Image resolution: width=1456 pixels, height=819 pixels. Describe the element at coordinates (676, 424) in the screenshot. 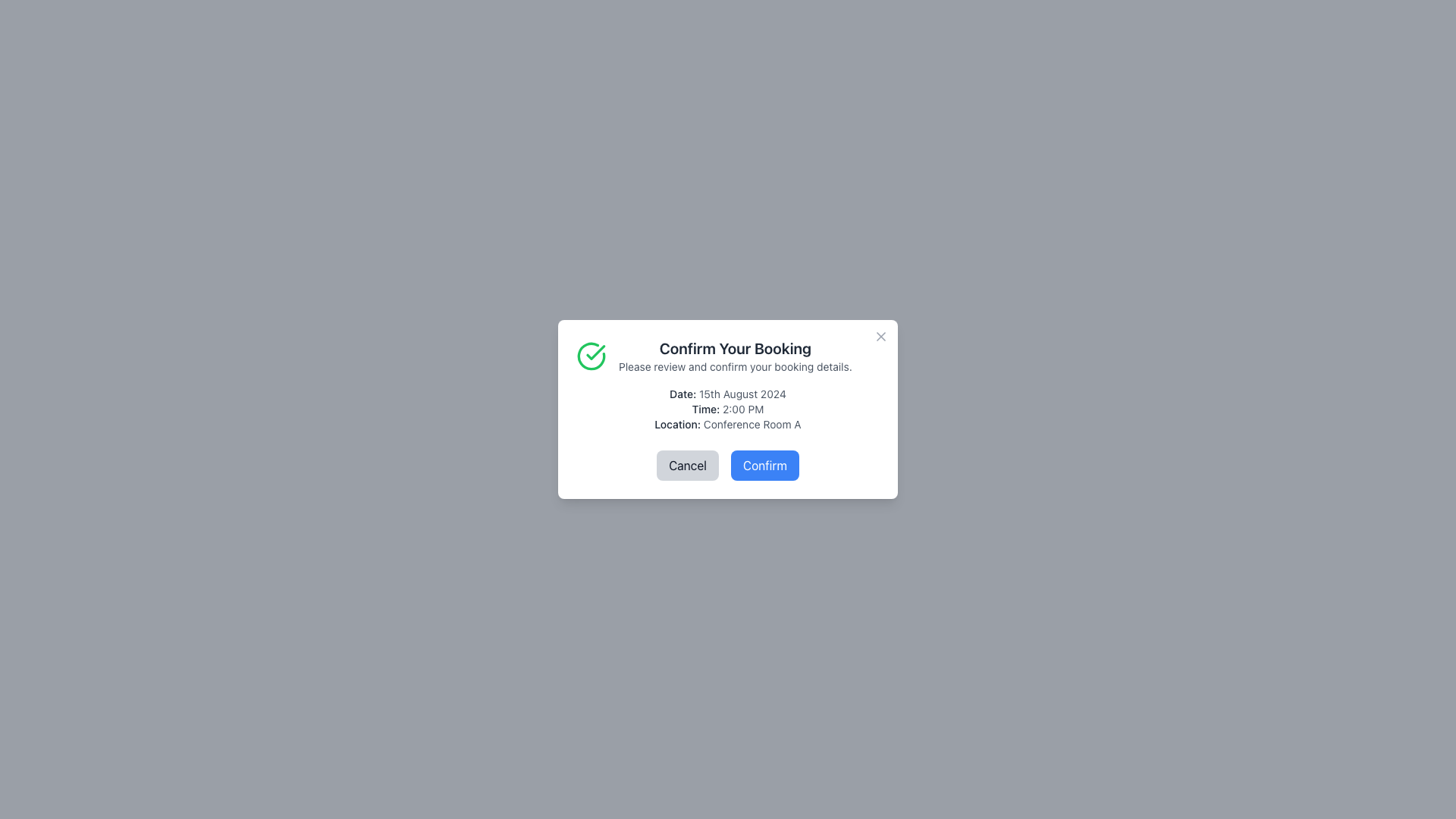

I see `the static text label that identifies the location of the booking, specifically 'Location: Conference Room A', which is located in the confirmation modal dialog box under the 'Time' section` at that location.